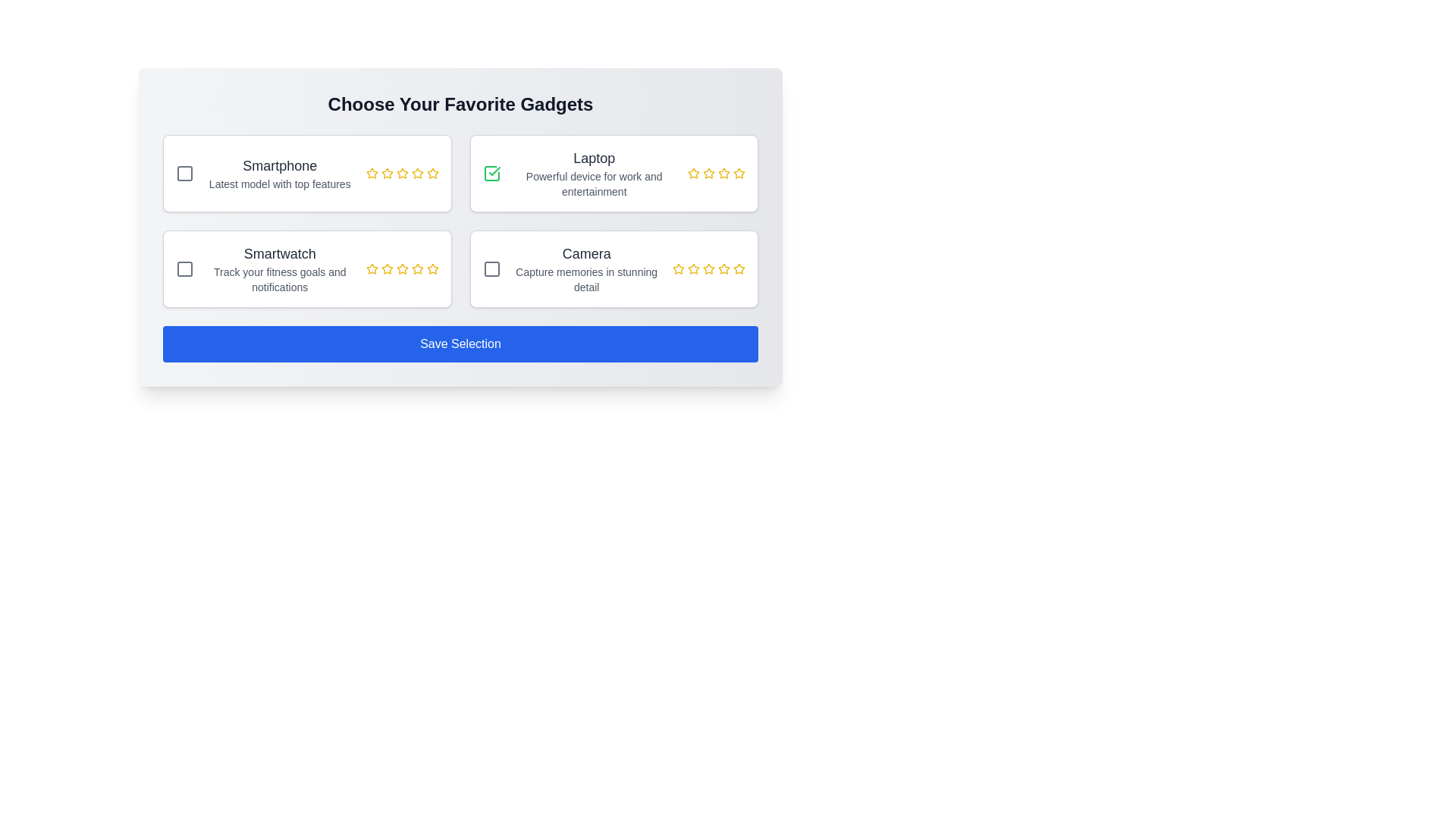  Describe the element at coordinates (280, 184) in the screenshot. I see `static text label that contains the description 'Latest model with top features', which is styled in gray and located beneath the header 'Smartphone'` at that location.